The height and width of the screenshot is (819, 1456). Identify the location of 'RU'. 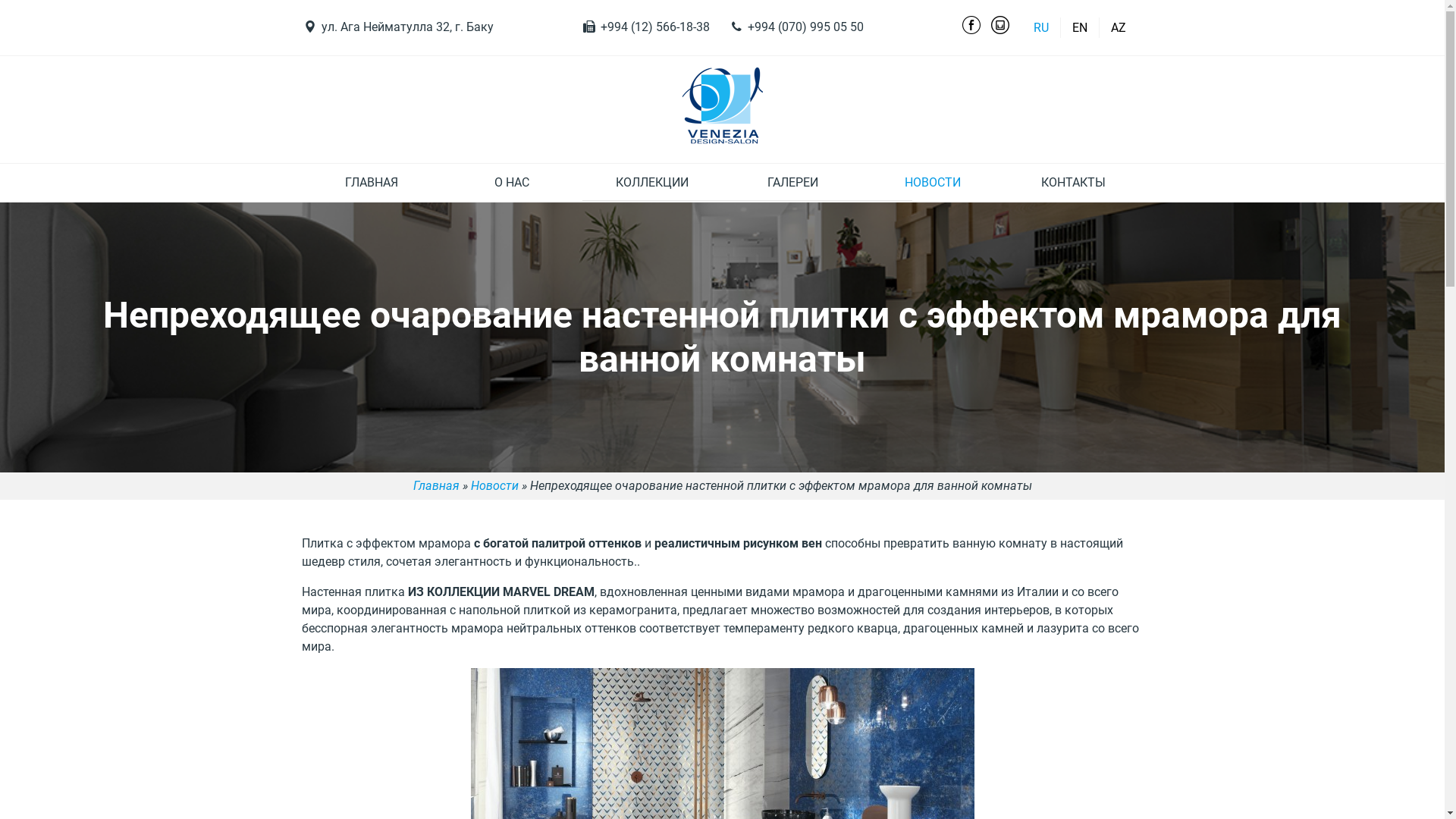
(1025, 27).